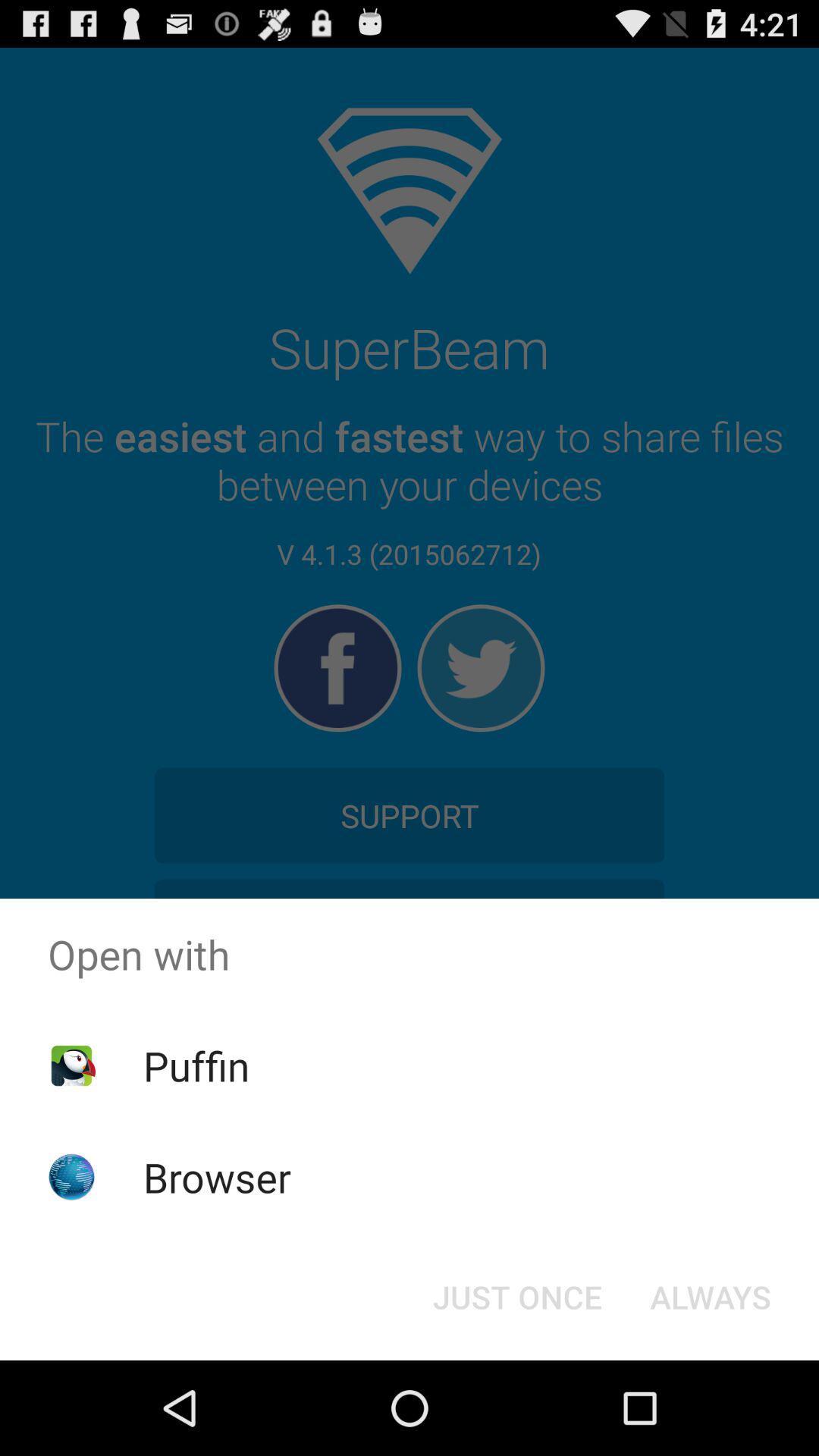 The image size is (819, 1456). What do you see at coordinates (516, 1295) in the screenshot?
I see `button next to the always button` at bounding box center [516, 1295].